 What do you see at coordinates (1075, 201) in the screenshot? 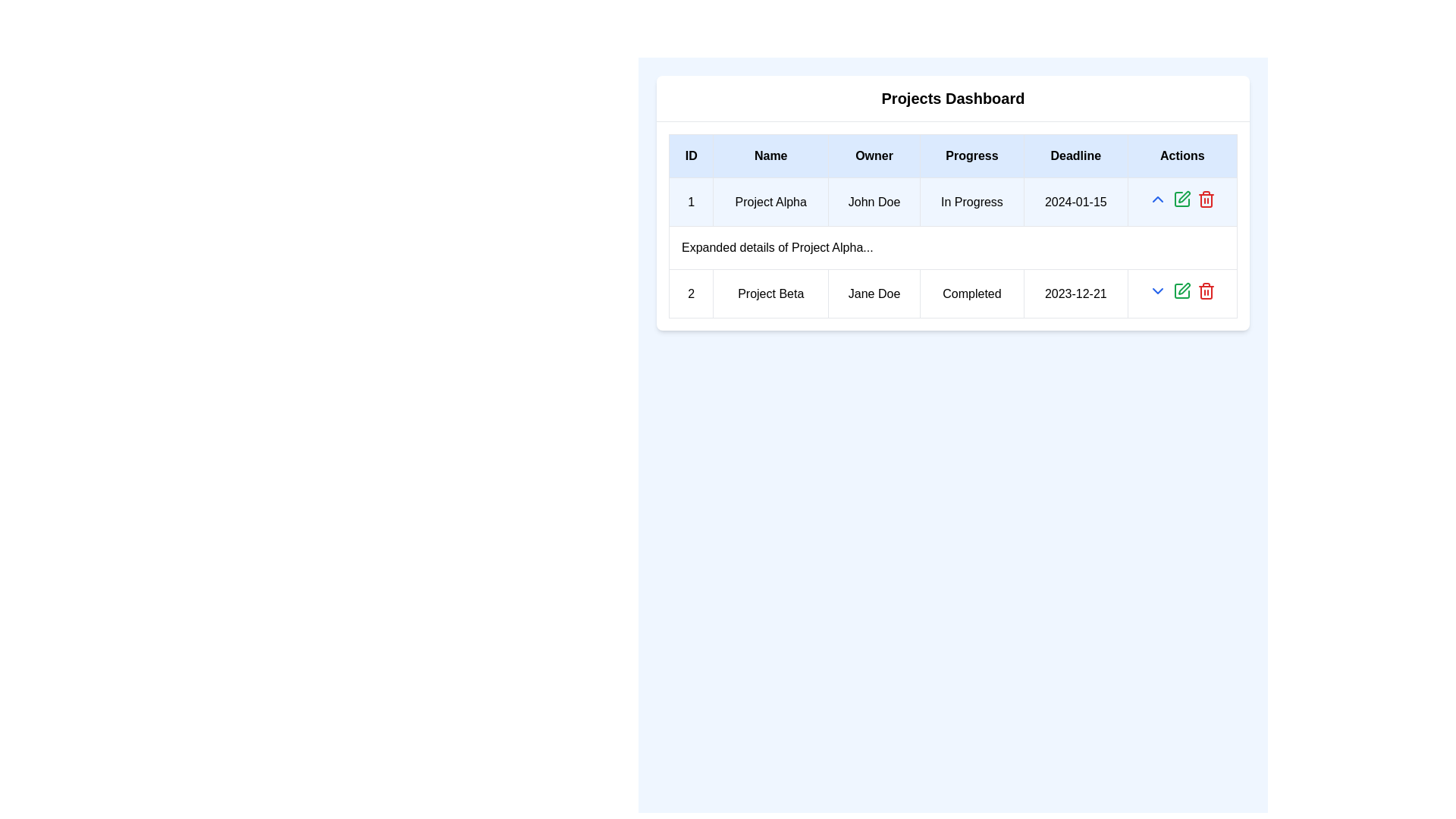
I see `the text label displaying the date '2024-01-15' in the 'Deadline' column of the data table` at bounding box center [1075, 201].